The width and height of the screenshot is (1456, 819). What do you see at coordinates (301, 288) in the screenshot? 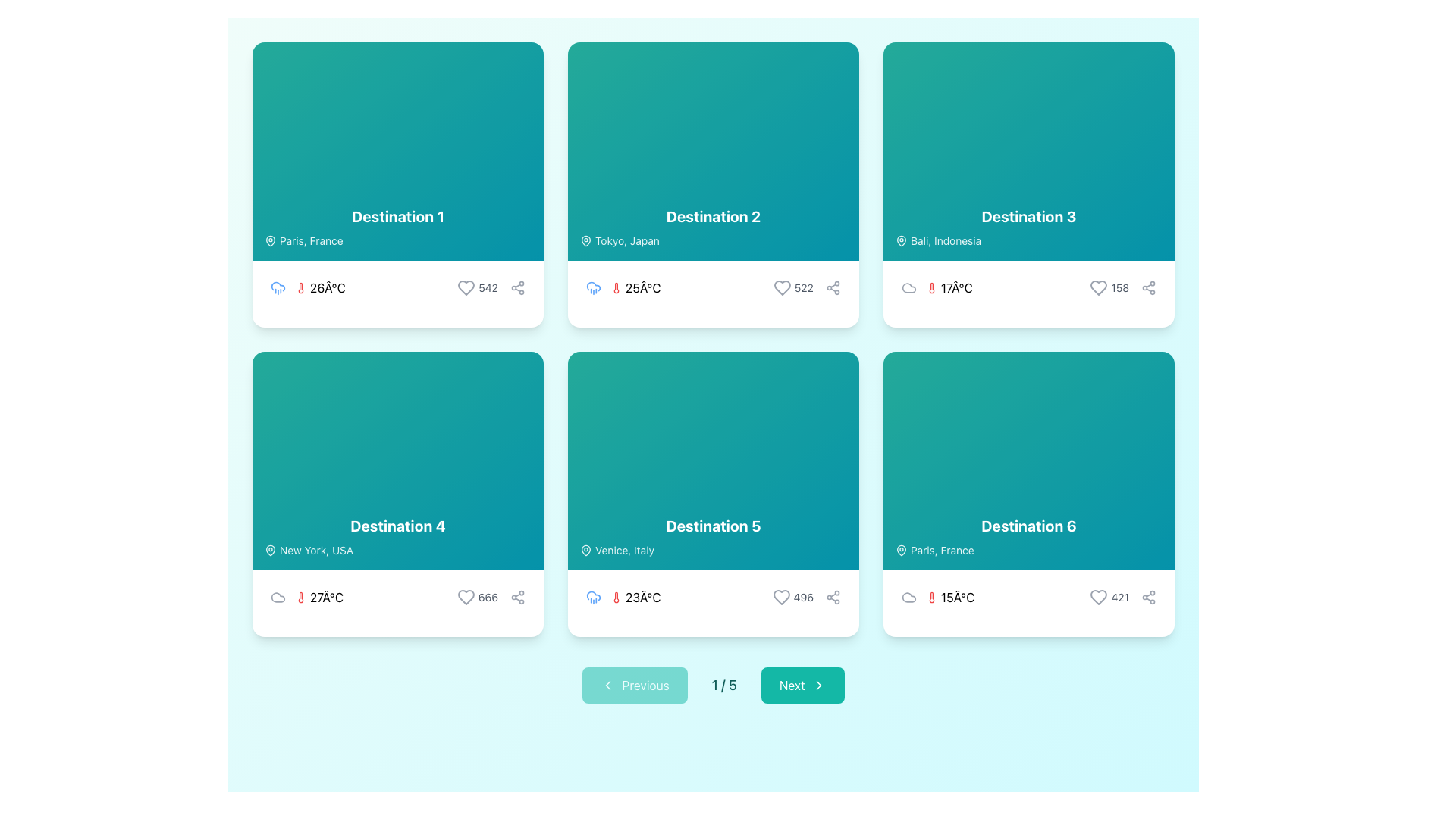
I see `the temperature icon located in the top-left corner of the 'Destination 1' card, adjacent to the '26°C' label` at bounding box center [301, 288].